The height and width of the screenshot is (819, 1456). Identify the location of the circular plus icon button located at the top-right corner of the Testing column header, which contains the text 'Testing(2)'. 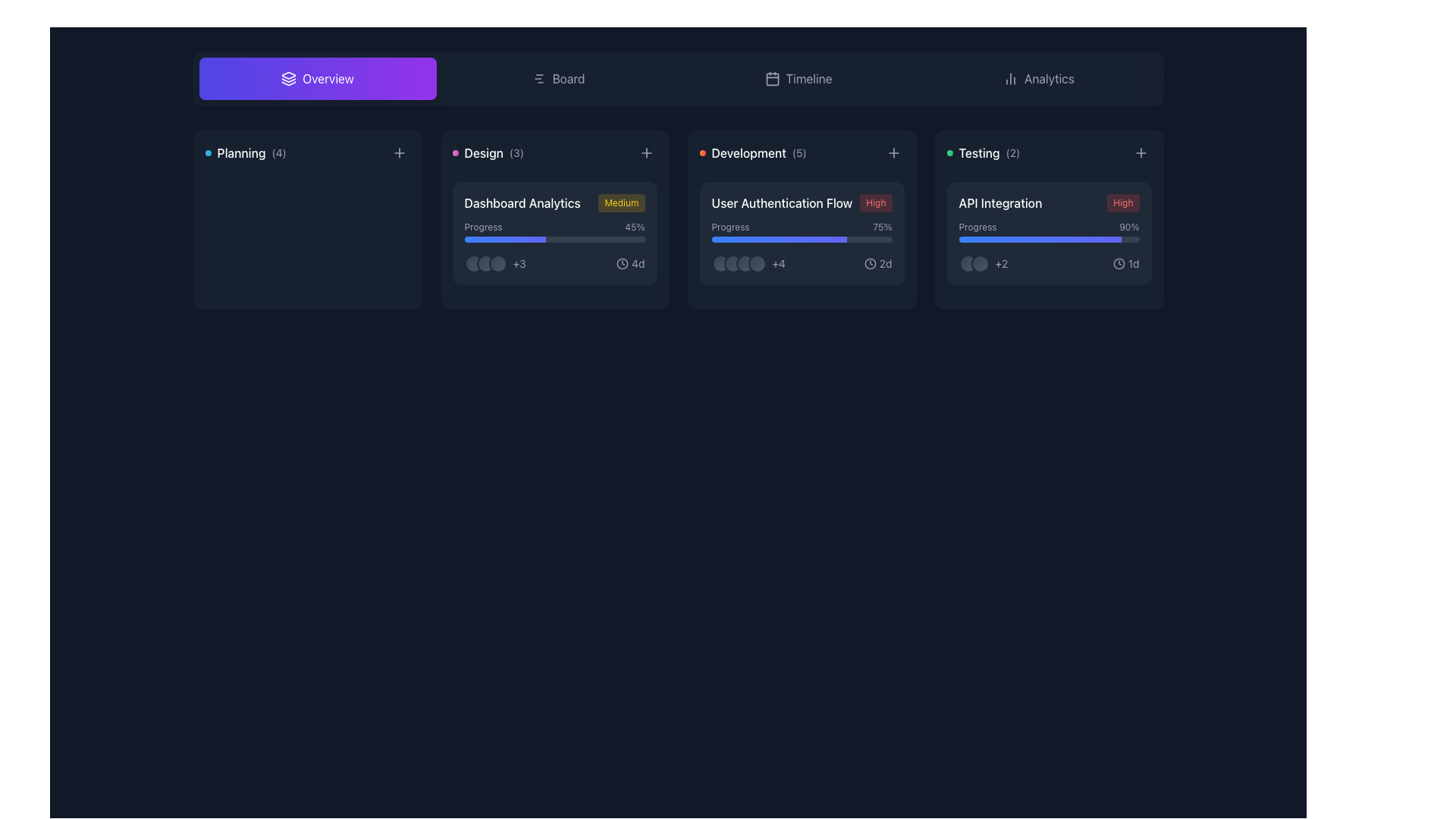
(1141, 152).